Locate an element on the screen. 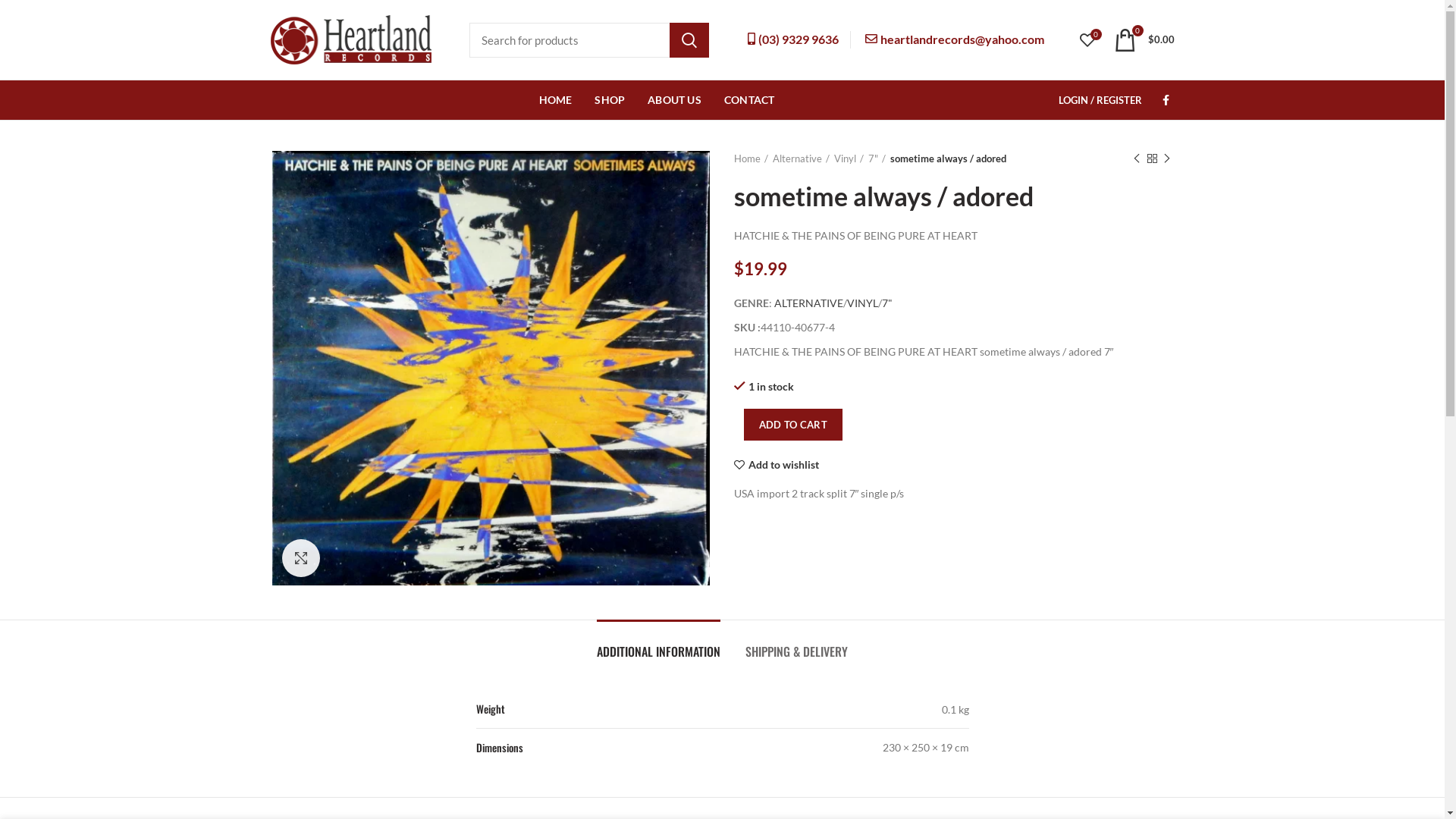  'Alternative' is located at coordinates (799, 158).